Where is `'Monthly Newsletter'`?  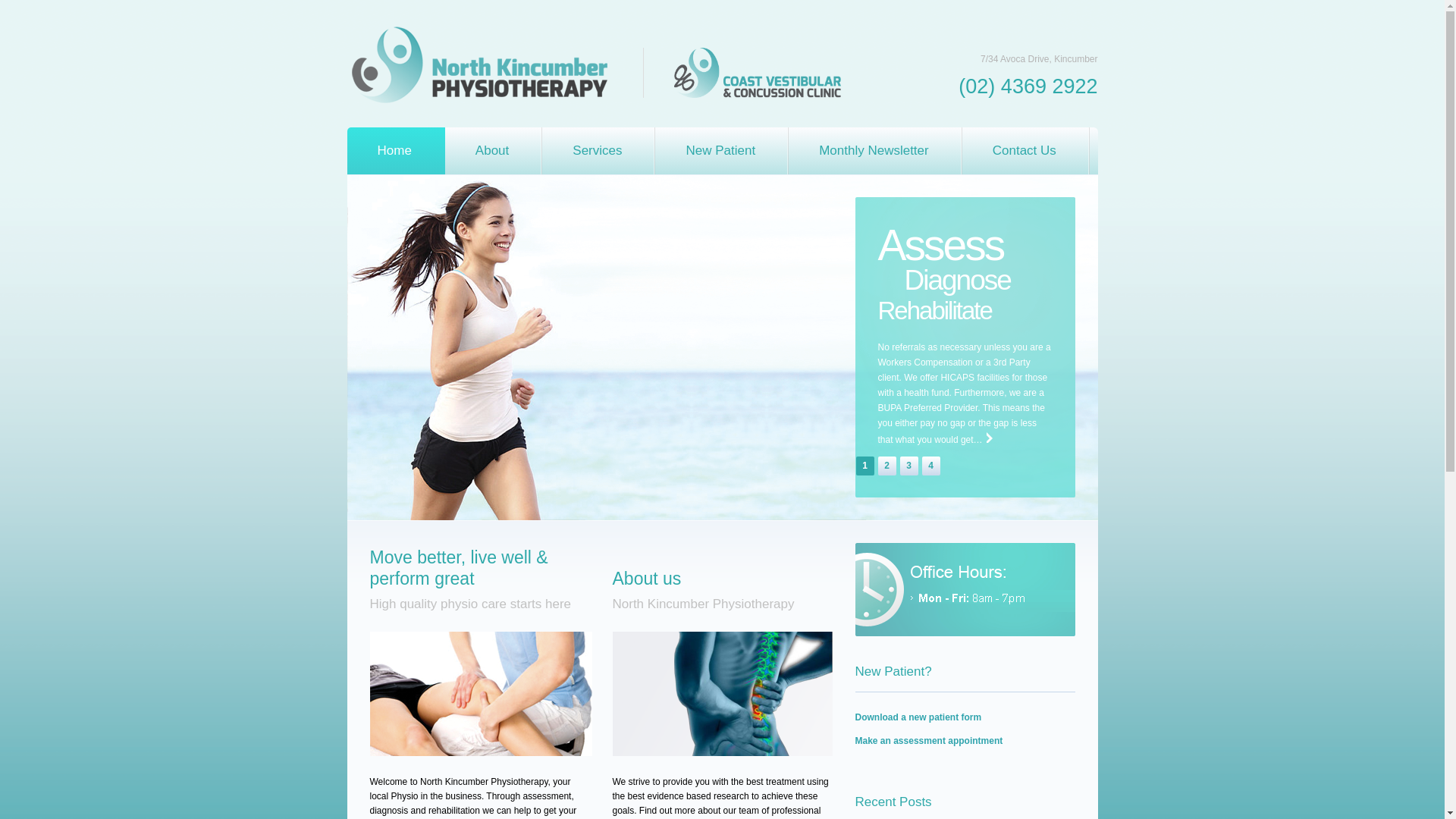 'Monthly Newsletter' is located at coordinates (875, 151).